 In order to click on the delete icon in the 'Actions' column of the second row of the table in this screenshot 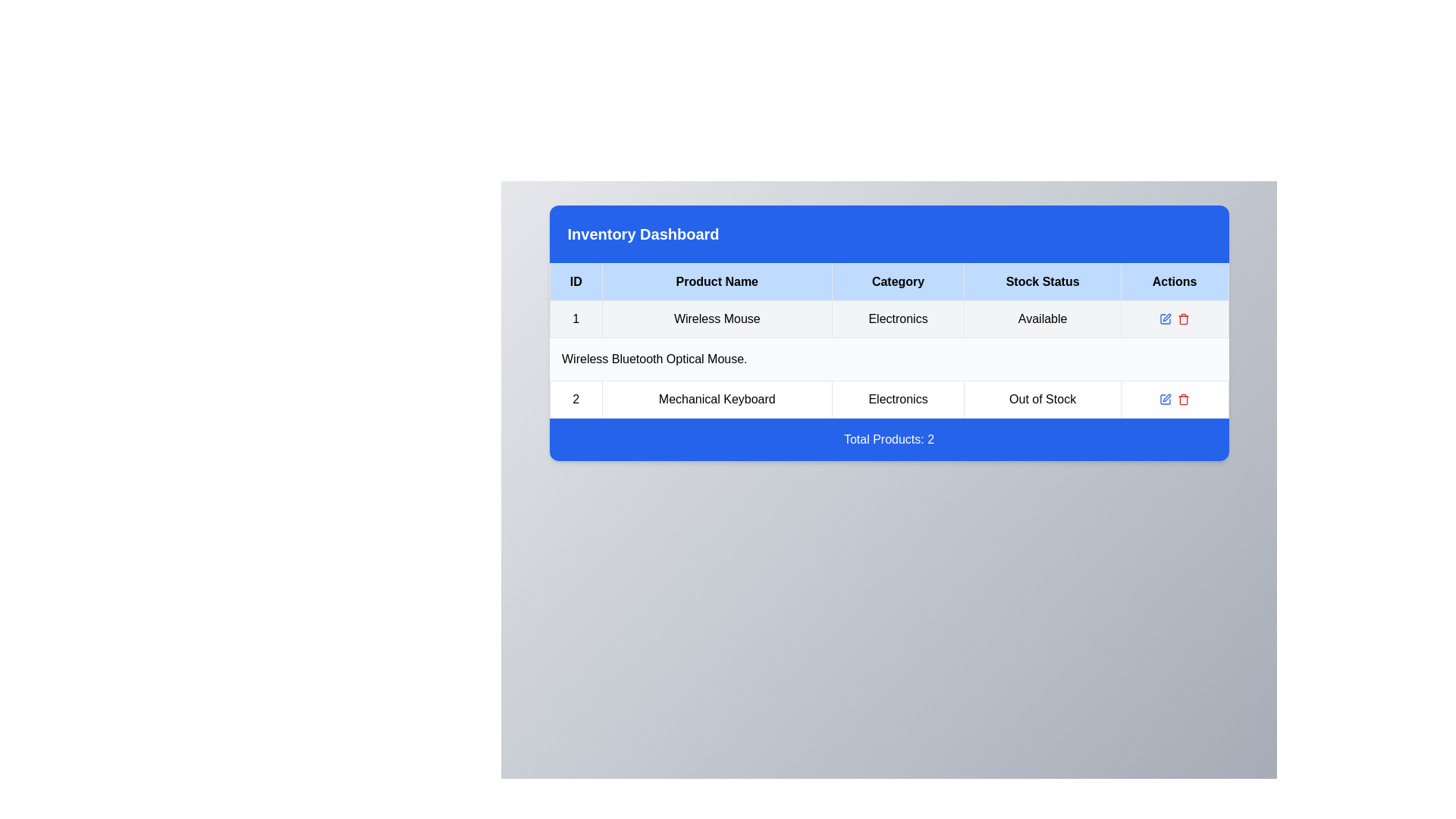, I will do `click(1183, 399)`.